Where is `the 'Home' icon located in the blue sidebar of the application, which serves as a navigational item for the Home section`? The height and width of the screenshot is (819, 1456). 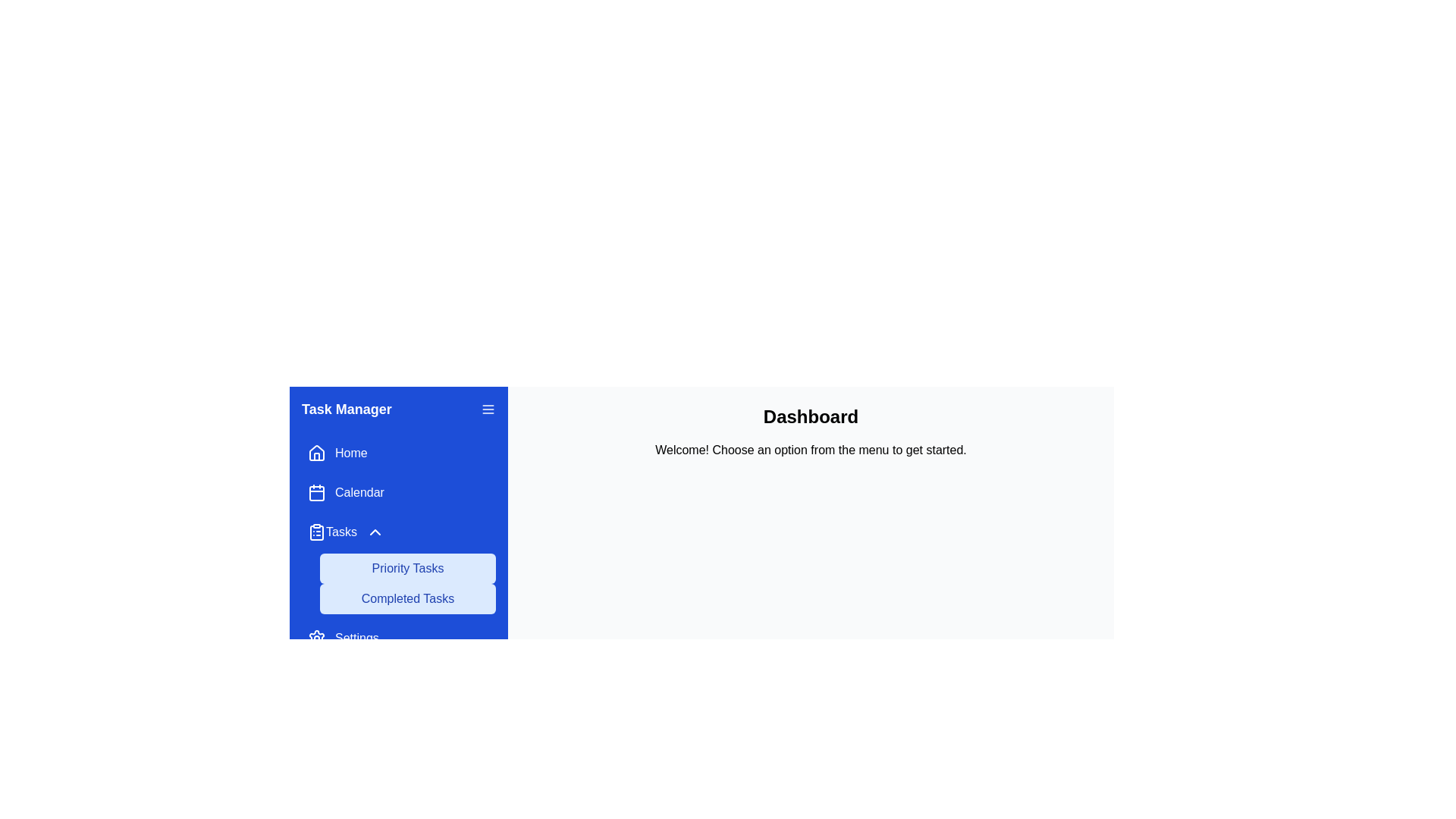 the 'Home' icon located in the blue sidebar of the application, which serves as a navigational item for the Home section is located at coordinates (315, 452).